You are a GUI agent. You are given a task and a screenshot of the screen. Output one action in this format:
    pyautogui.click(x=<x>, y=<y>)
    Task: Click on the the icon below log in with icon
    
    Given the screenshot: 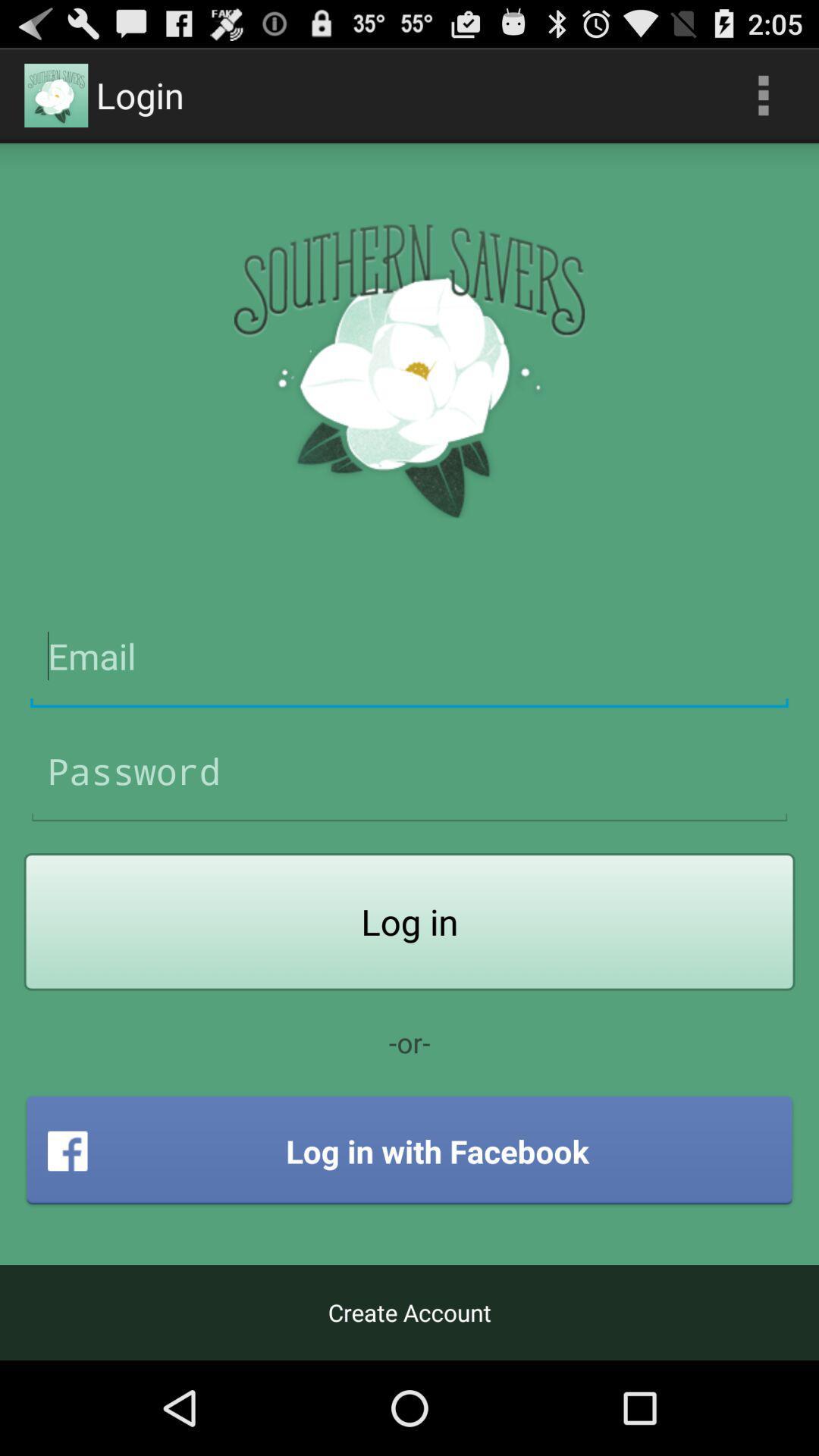 What is the action you would take?
    pyautogui.click(x=409, y=1312)
    